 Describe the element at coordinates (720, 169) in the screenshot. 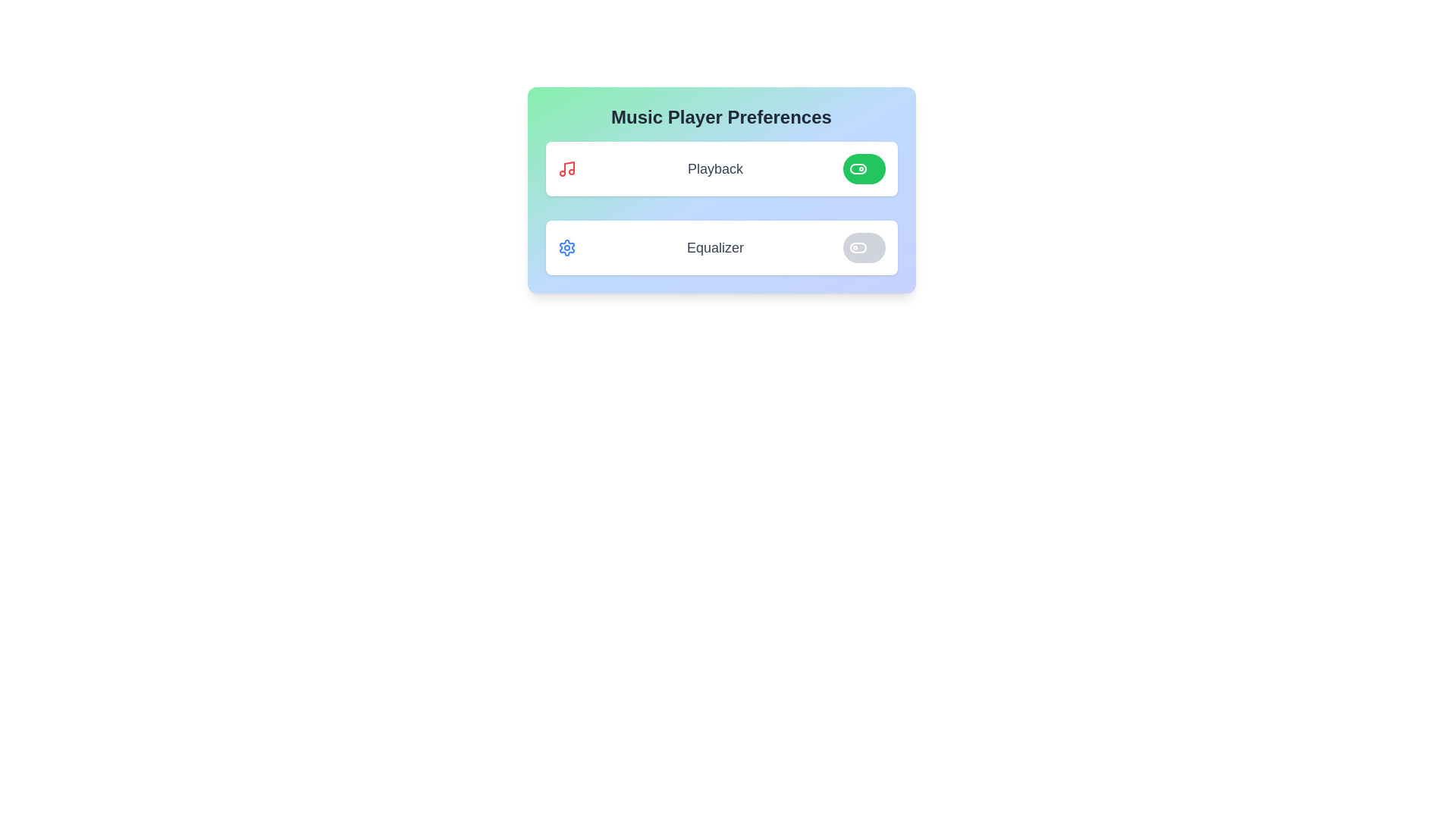

I see `the 'Playback' UI component in the 'Music Player Preferences' panel` at that location.